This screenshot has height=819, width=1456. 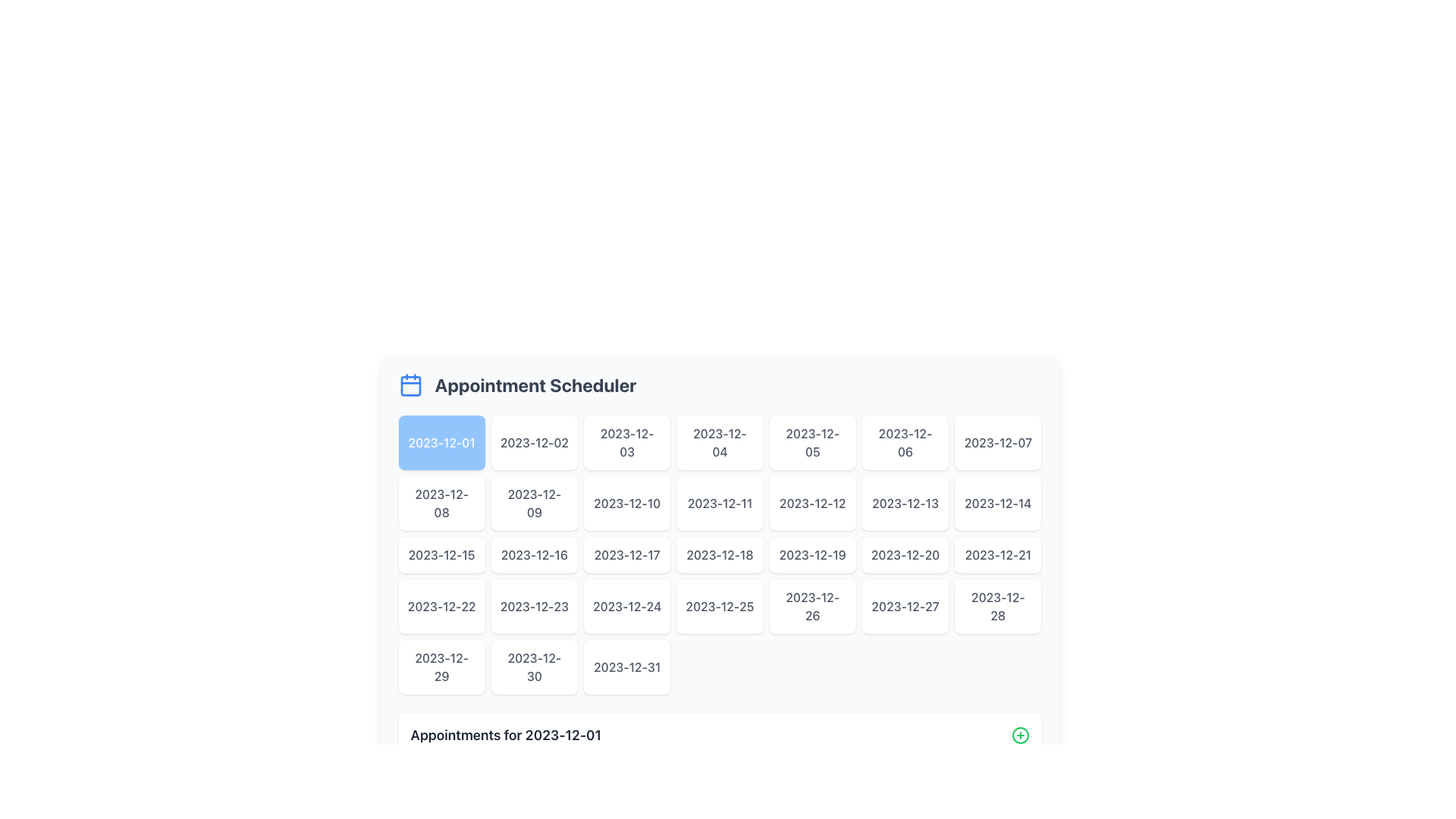 I want to click on the text label 'Appointment Scheduler', which is styled in bold, 2xl font size, and gray color, located in the top portion of the interface, horizontally centered, to the right of the calendar icon, so click(x=535, y=384).